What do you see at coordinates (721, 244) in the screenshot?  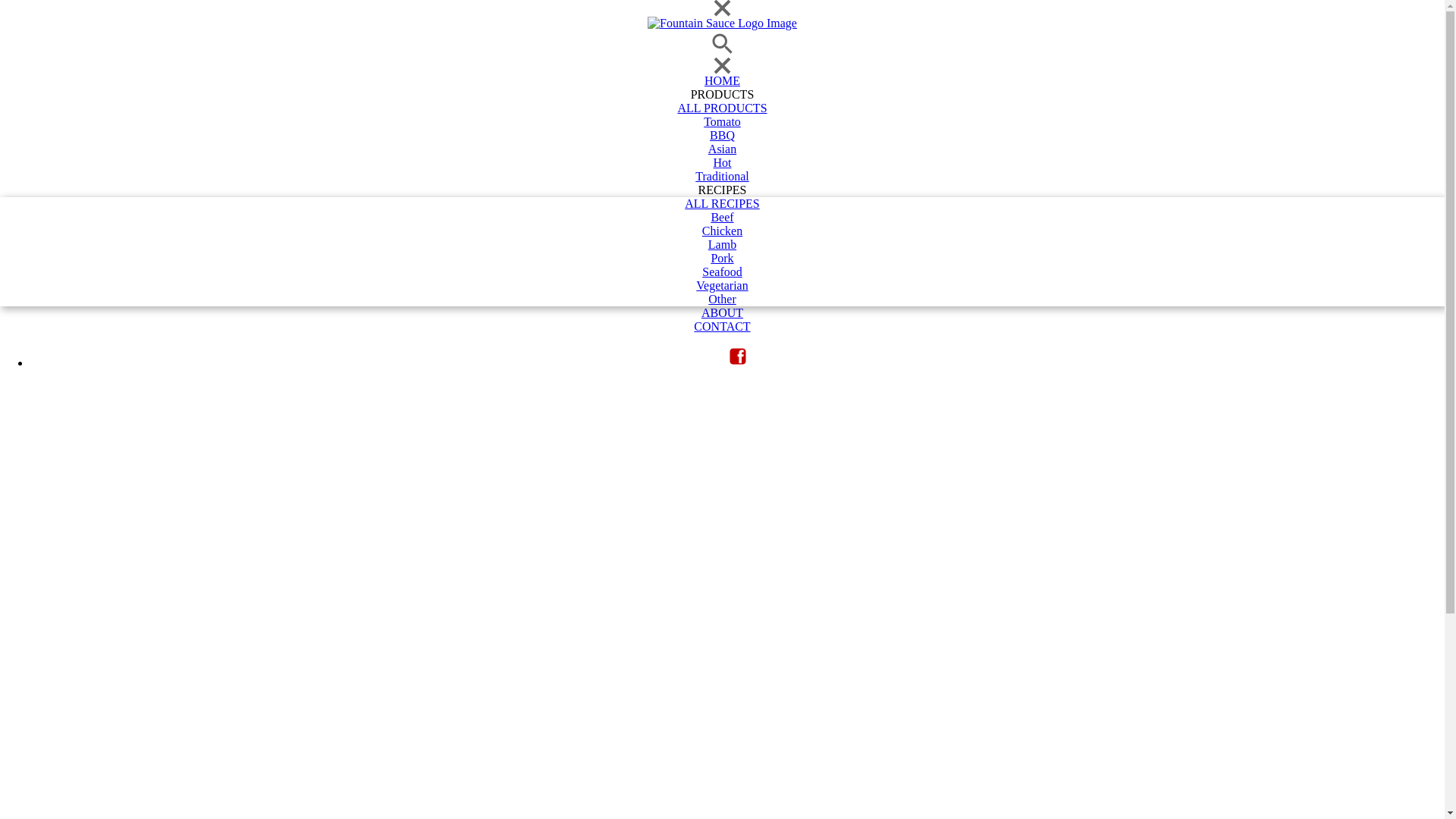 I see `'Lamb'` at bounding box center [721, 244].